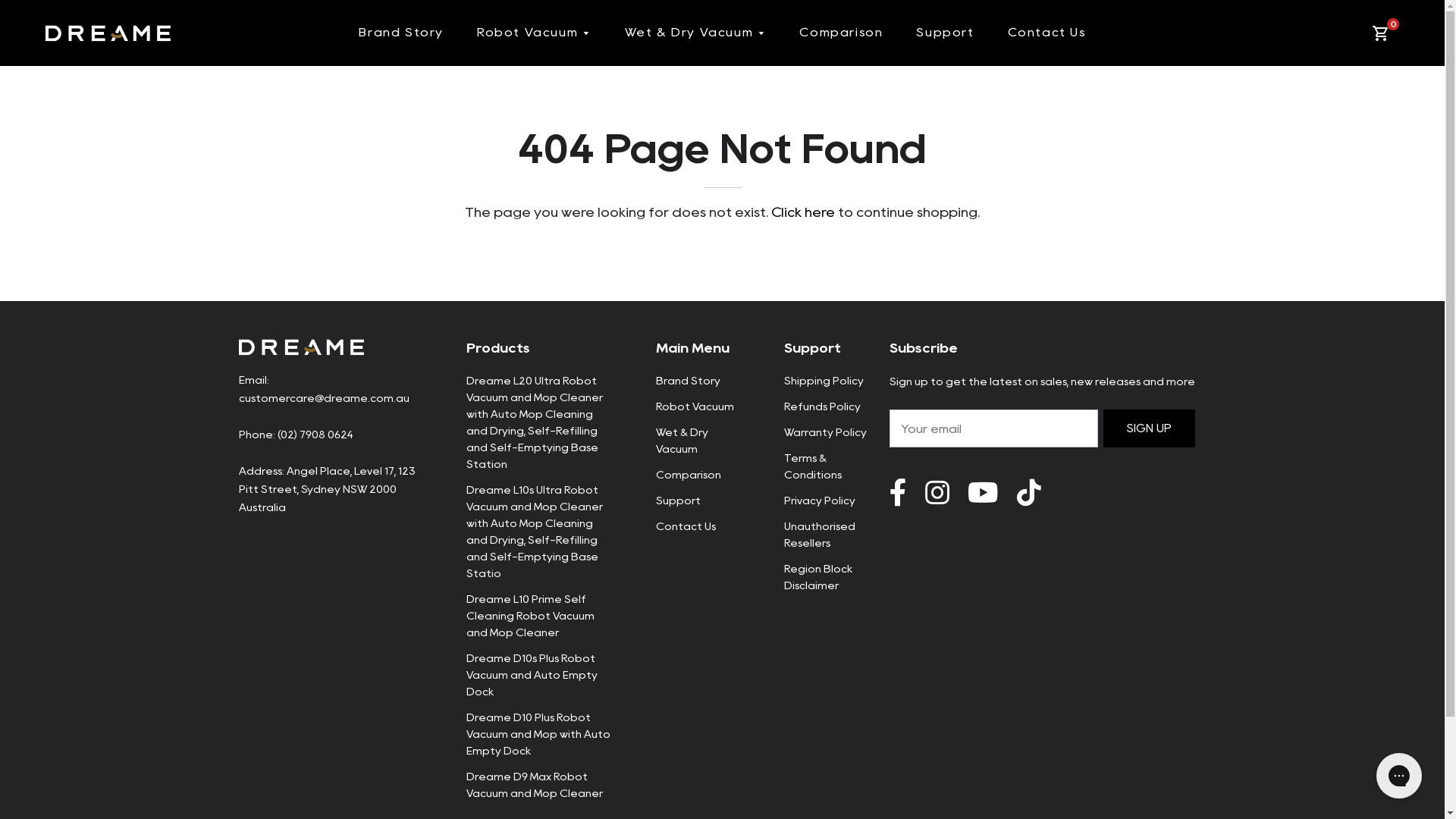 The width and height of the screenshot is (1456, 819). What do you see at coordinates (680, 441) in the screenshot?
I see `'Wet & Dry Vacuum'` at bounding box center [680, 441].